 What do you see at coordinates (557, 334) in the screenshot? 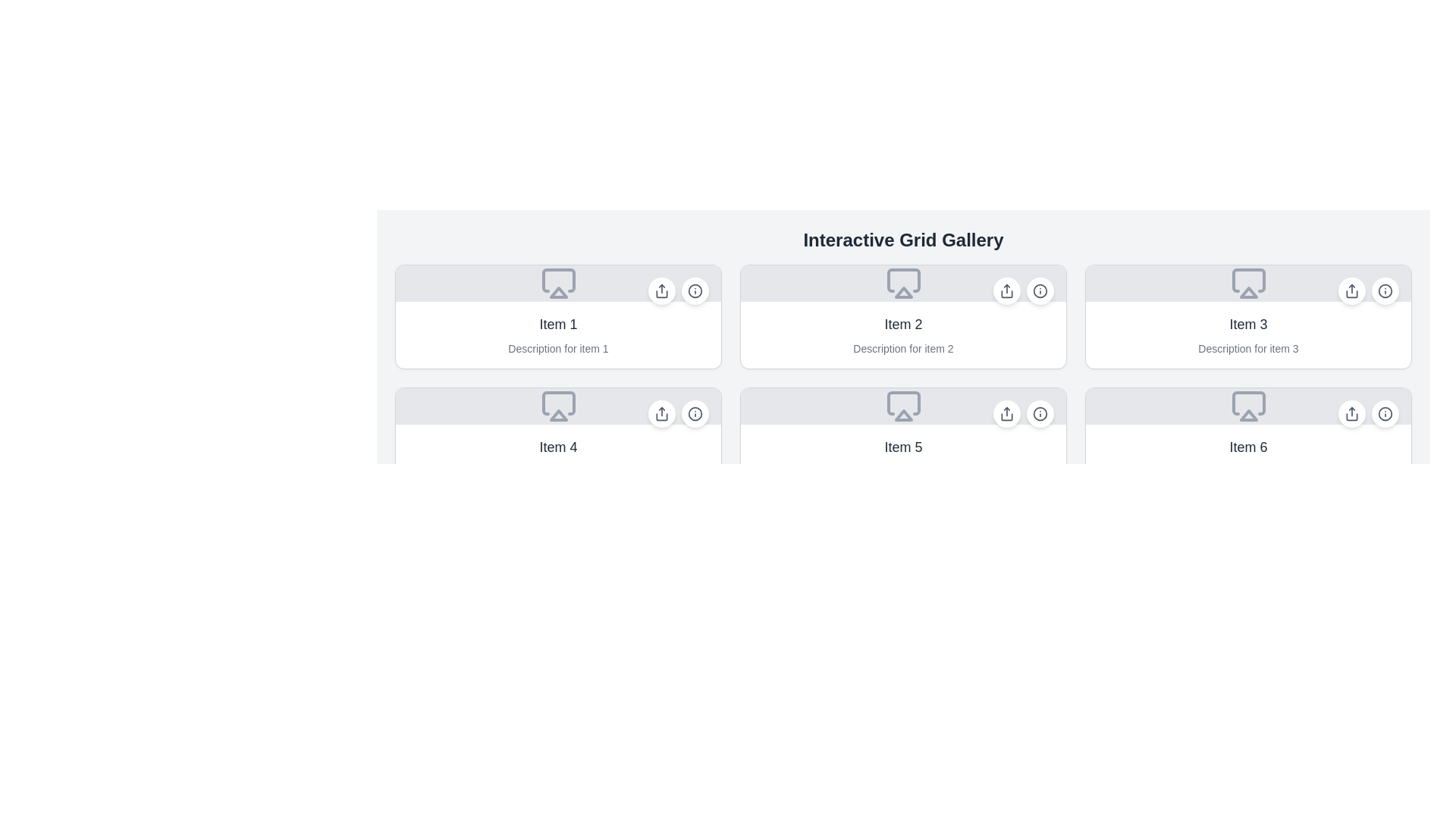
I see `the static informational text block located in the top-left quadrant of the grid layout, which displays information about an item` at bounding box center [557, 334].